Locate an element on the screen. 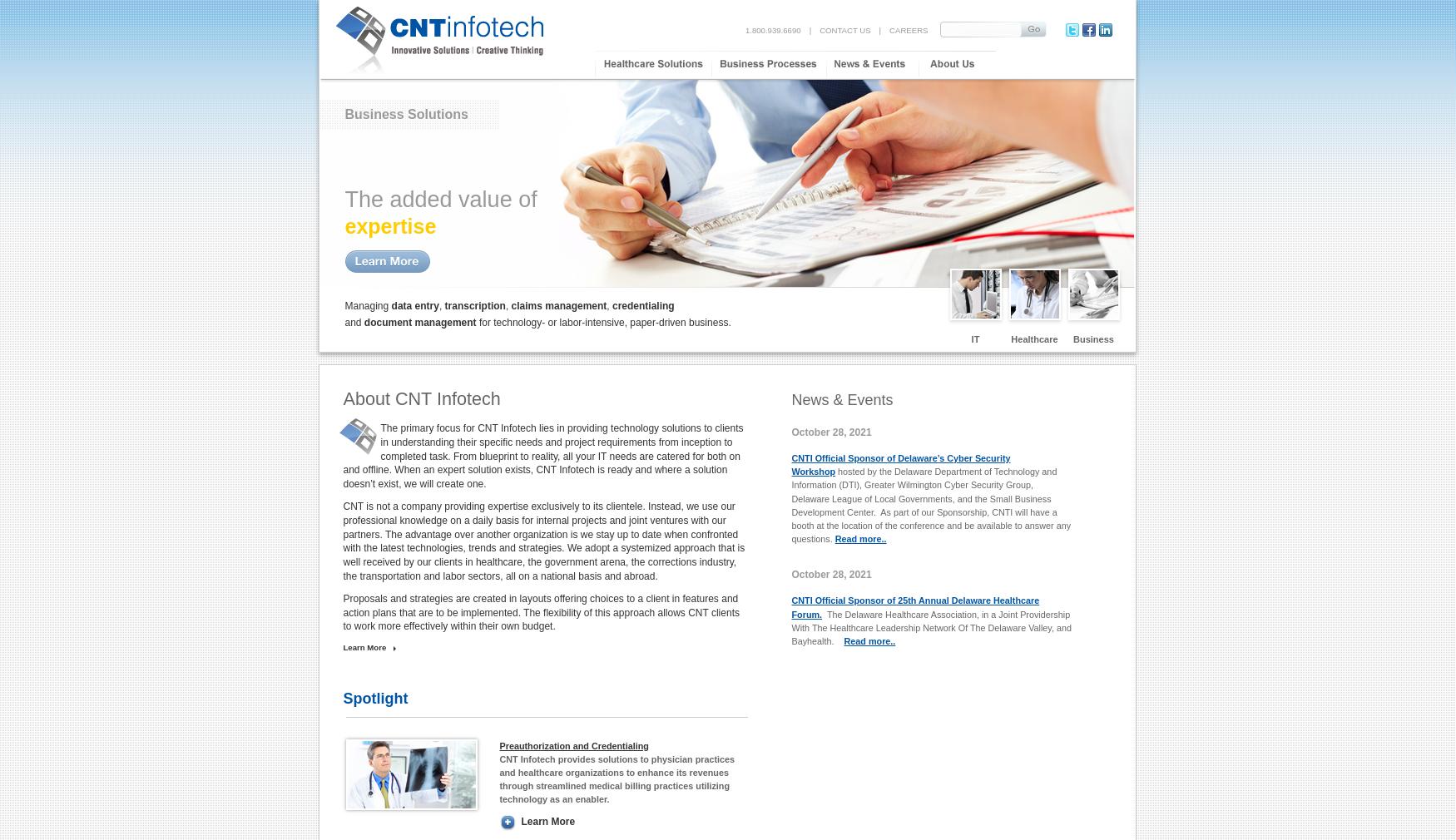 The image size is (1456, 840). 'CNTI Official Sponsor of Delaware’s Cyber Security Workshop' is located at coordinates (790, 464).